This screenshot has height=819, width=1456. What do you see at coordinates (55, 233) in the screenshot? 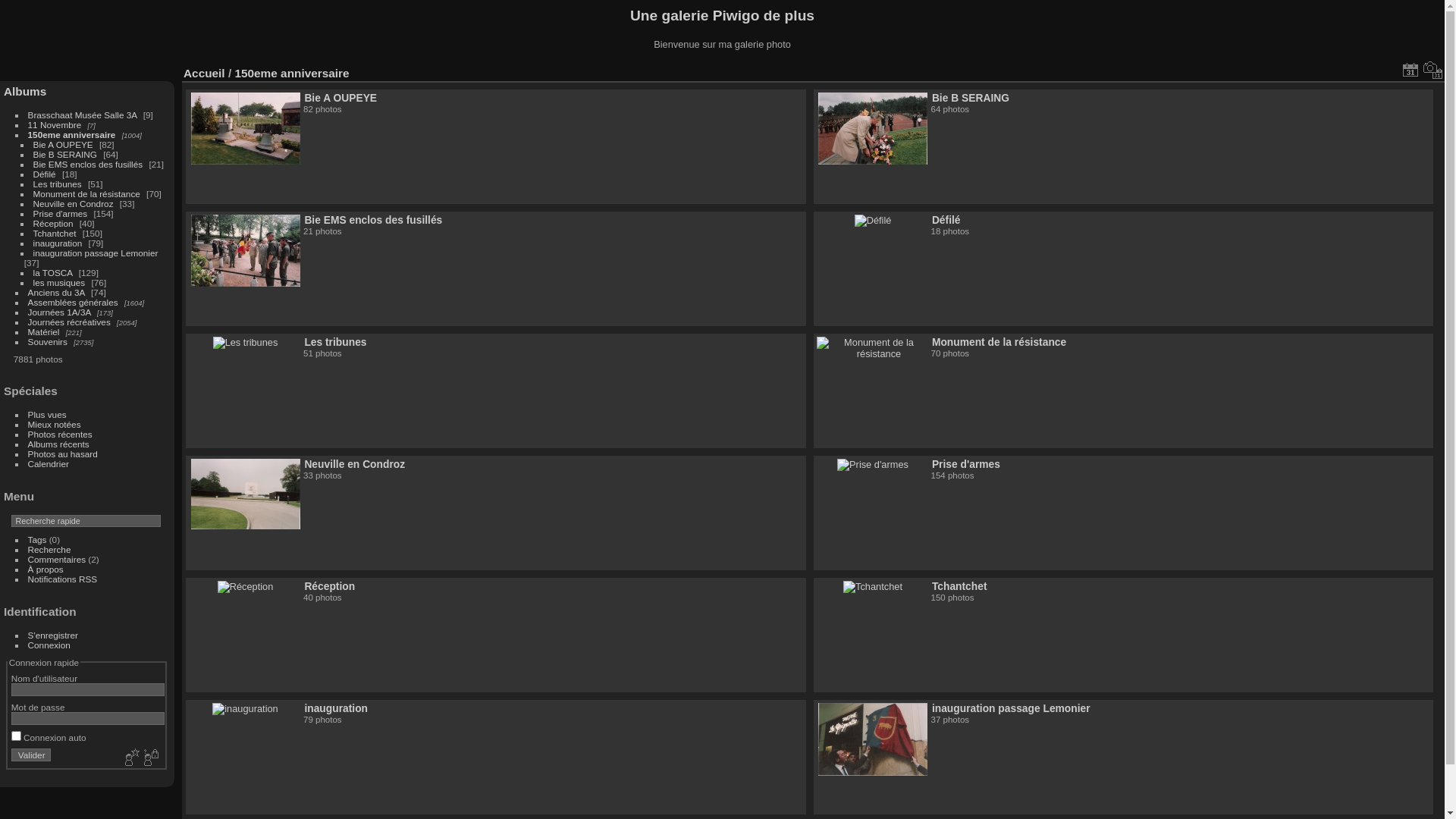
I see `'Tchantchet'` at bounding box center [55, 233].